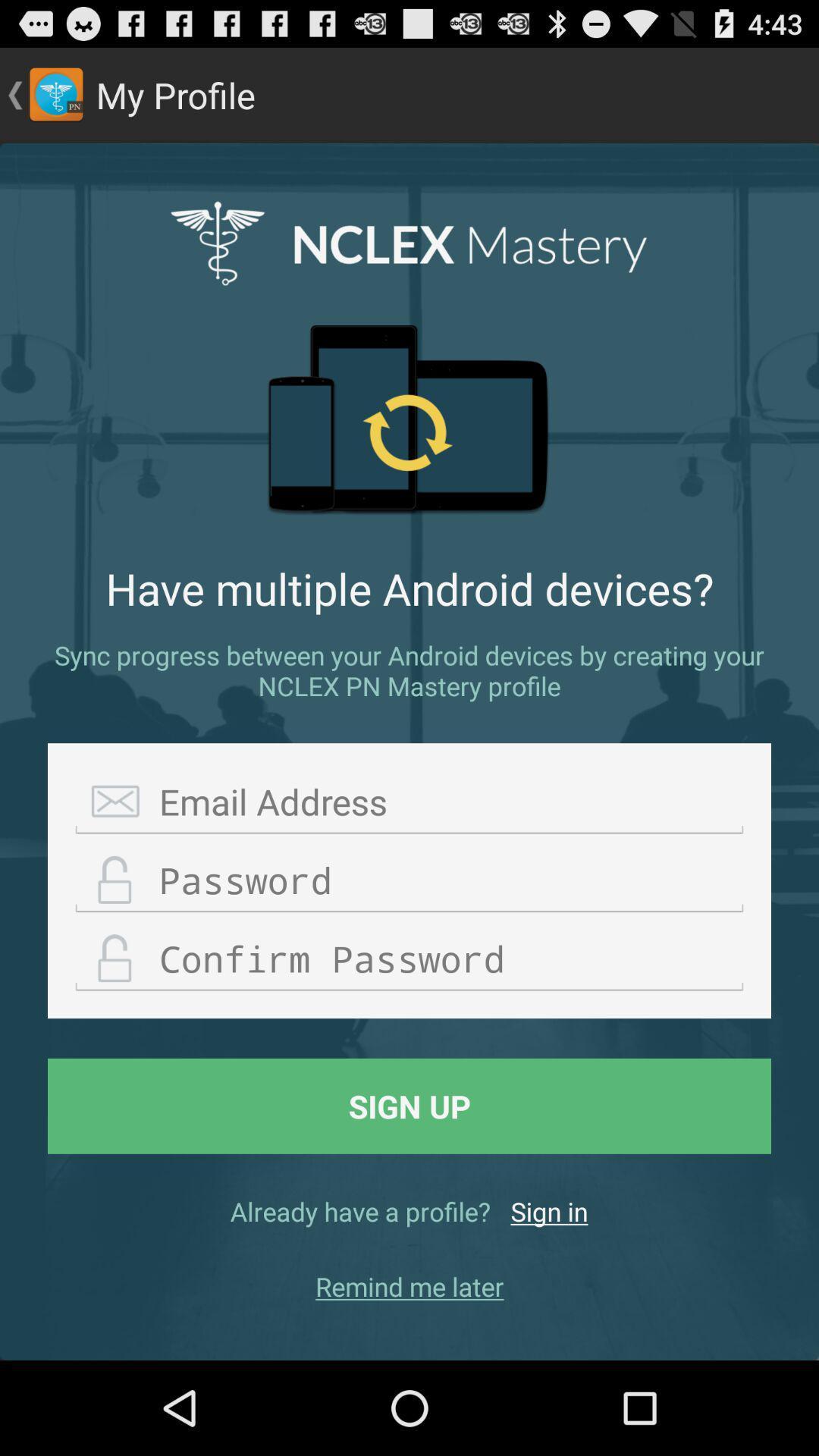 The height and width of the screenshot is (1456, 819). Describe the element at coordinates (409, 1285) in the screenshot. I see `app below already have a icon` at that location.